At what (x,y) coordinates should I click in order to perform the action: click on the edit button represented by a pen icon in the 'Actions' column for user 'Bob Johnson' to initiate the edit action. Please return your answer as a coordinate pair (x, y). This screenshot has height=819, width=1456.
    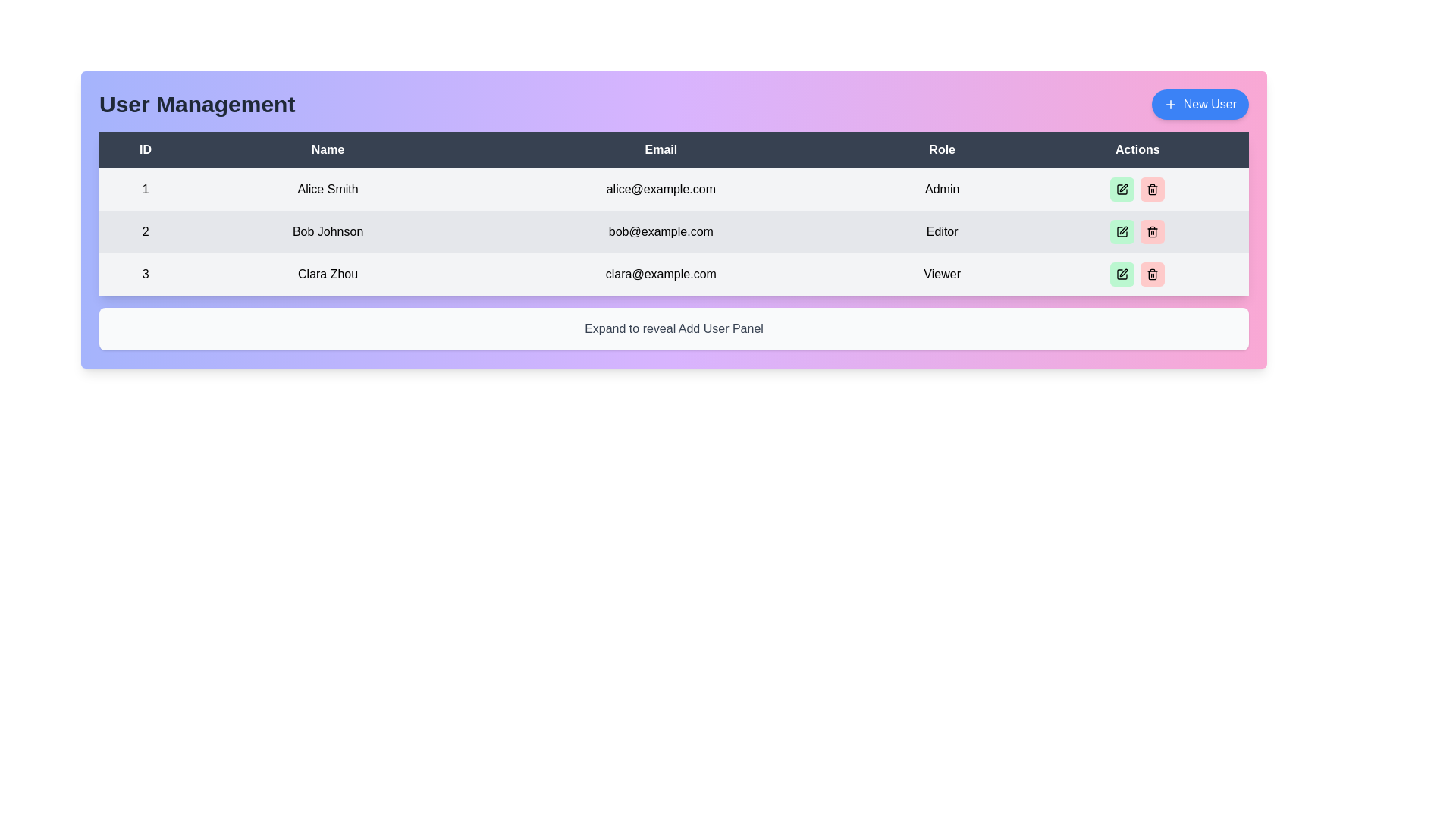
    Looking at the image, I should click on (1122, 231).